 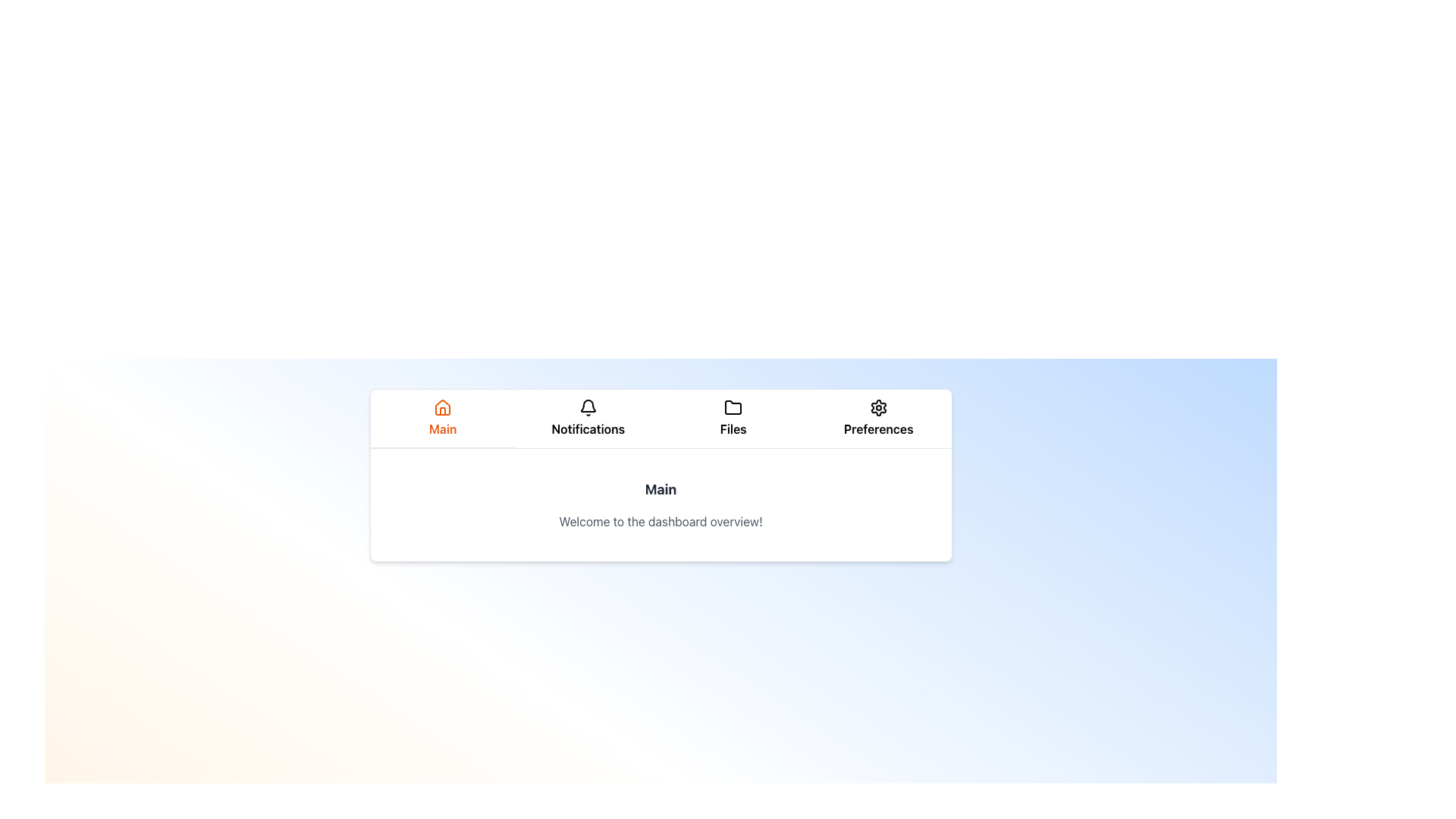 I want to click on the 'Preferences' button, which is the fourth menu item in the navigation bar featuring a gear icon above bold black text, so click(x=878, y=419).